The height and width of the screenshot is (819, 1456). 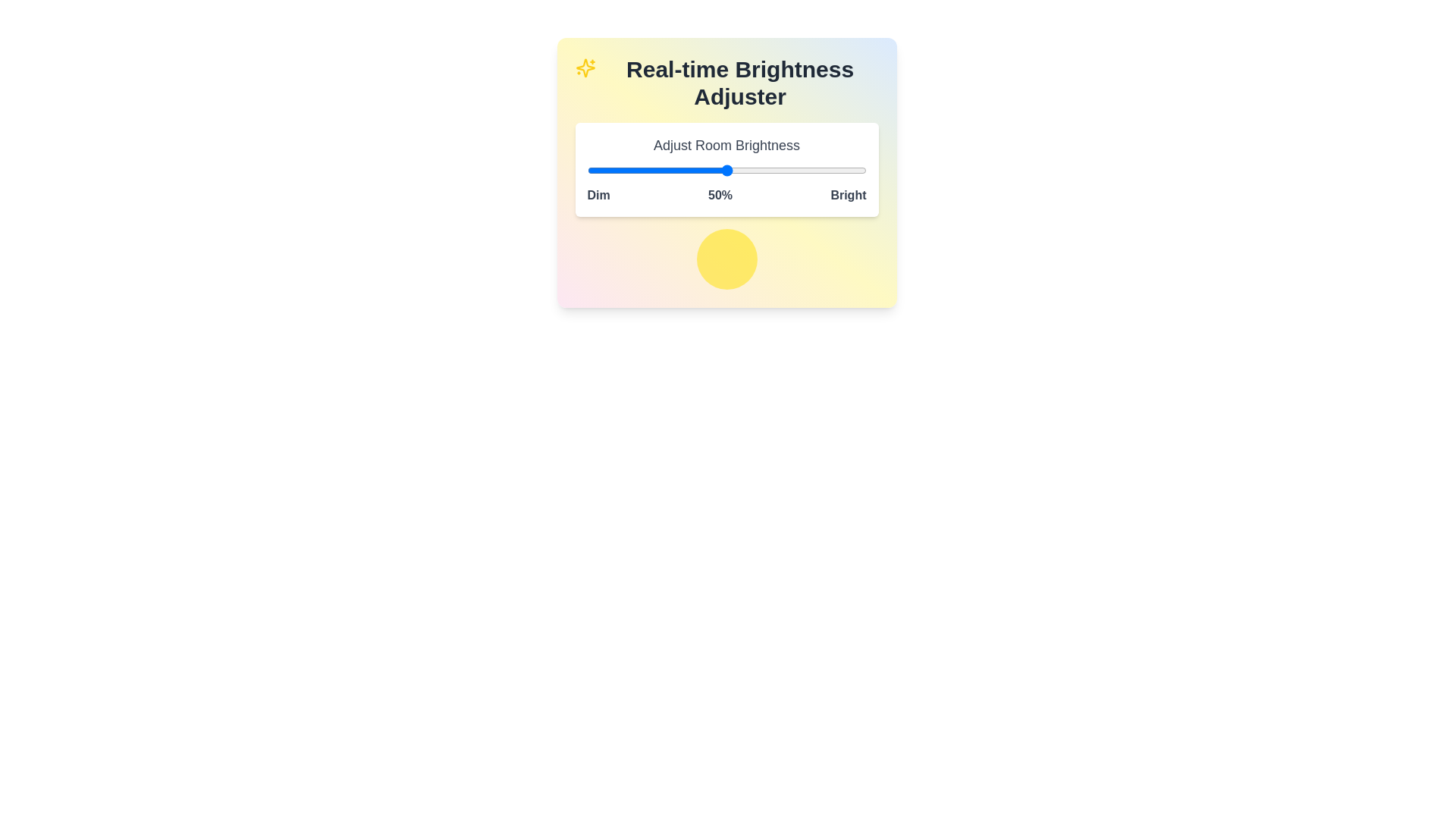 What do you see at coordinates (863, 170) in the screenshot?
I see `the brightness slider to 99%` at bounding box center [863, 170].